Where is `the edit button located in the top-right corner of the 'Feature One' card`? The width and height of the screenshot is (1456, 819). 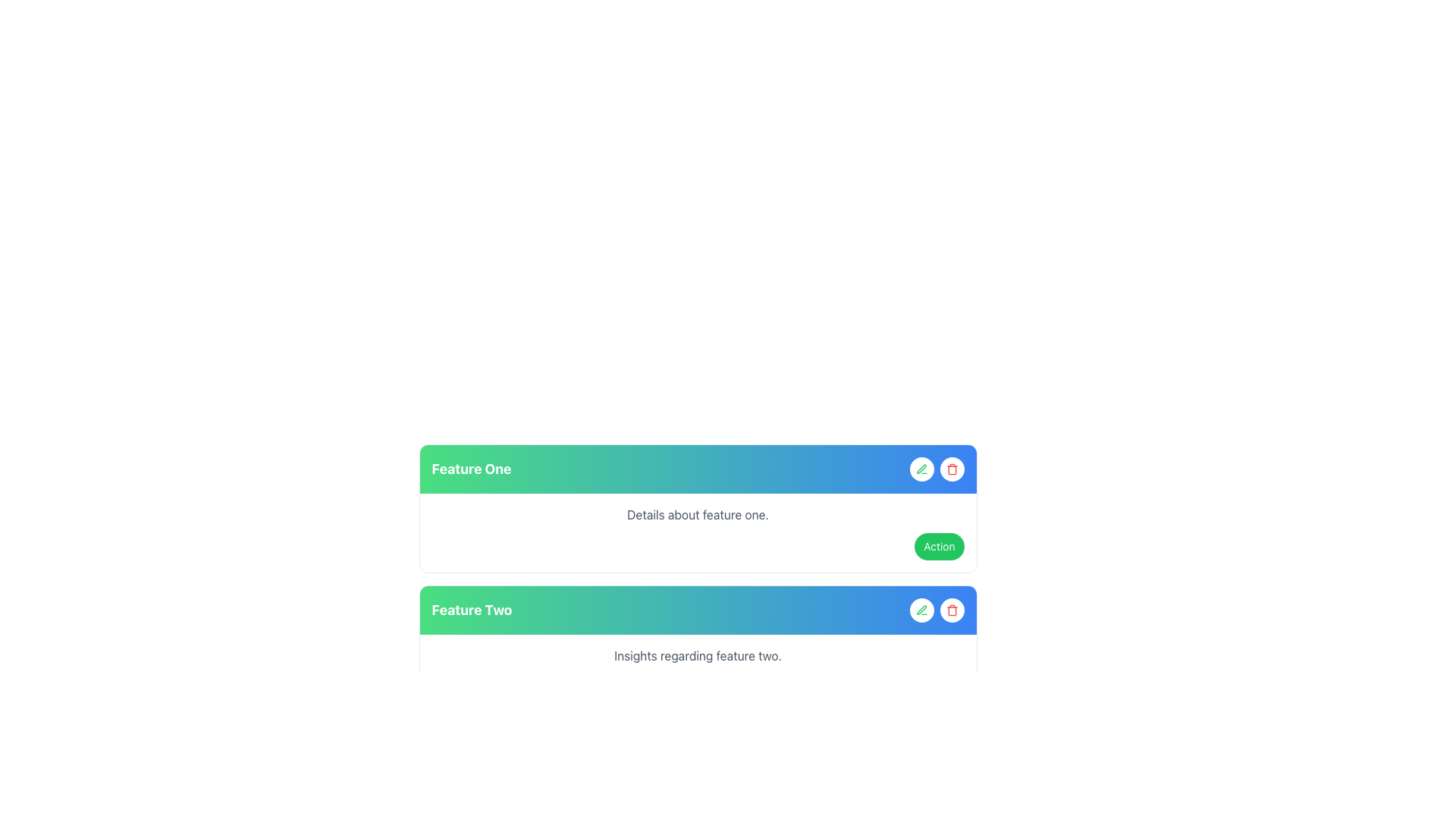
the edit button located in the top-right corner of the 'Feature One' card is located at coordinates (921, 468).